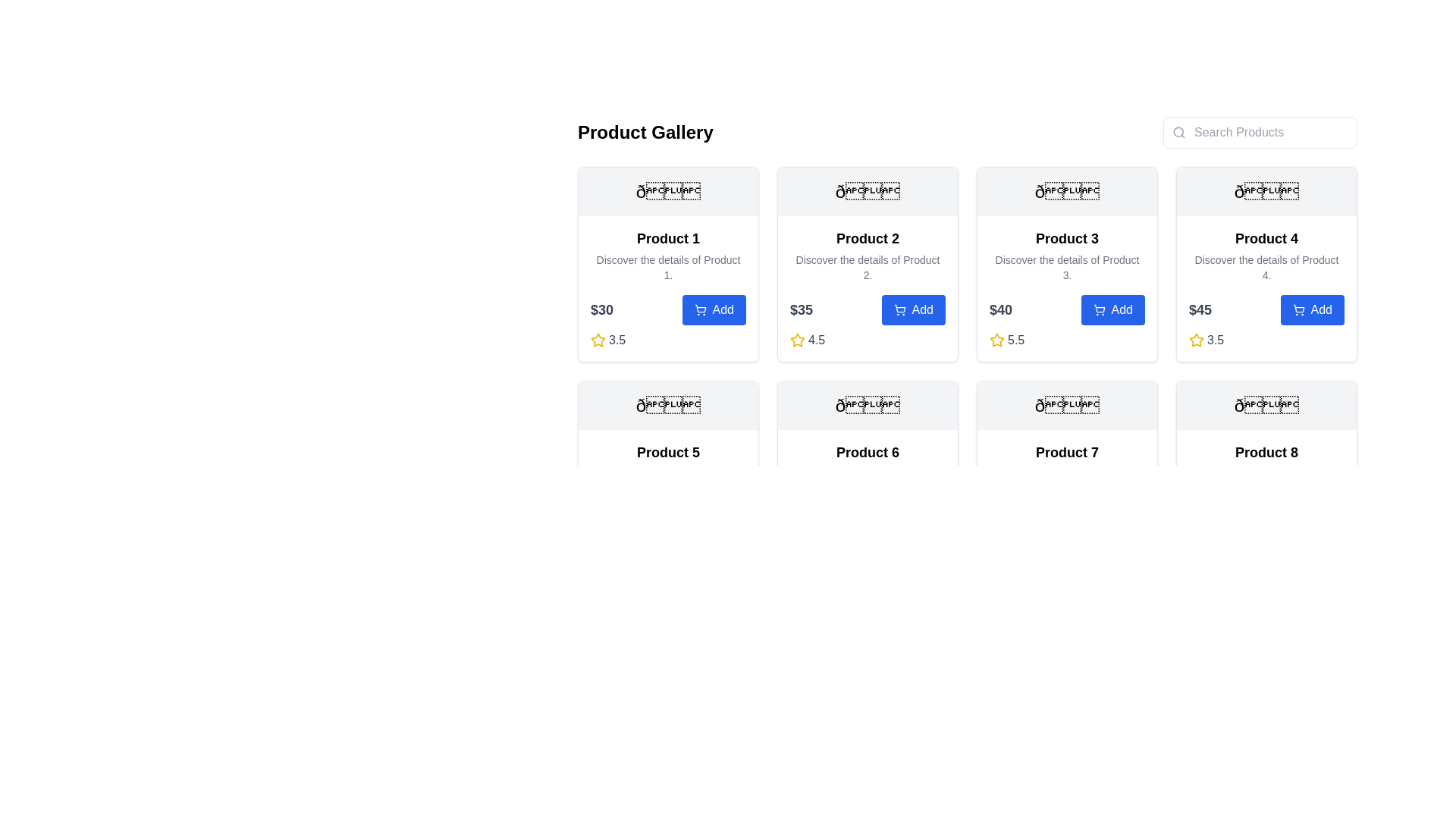  What do you see at coordinates (1266, 452) in the screenshot?
I see `the product name displayed as a heading in the product gallery, specifically the label 'Product 8' located in the bottom-right panel of the grid` at bounding box center [1266, 452].